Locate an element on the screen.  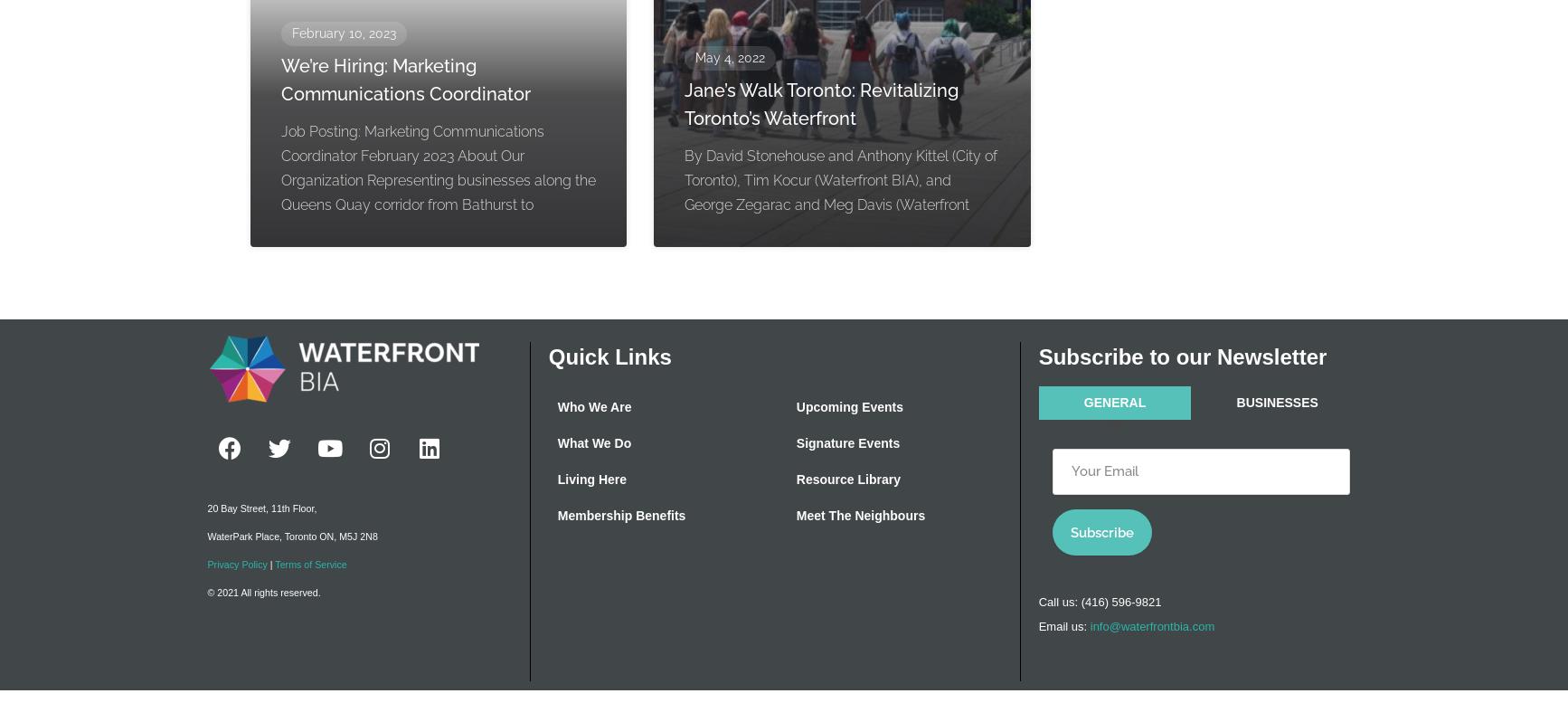
'Privacy Policy' is located at coordinates (238, 564).